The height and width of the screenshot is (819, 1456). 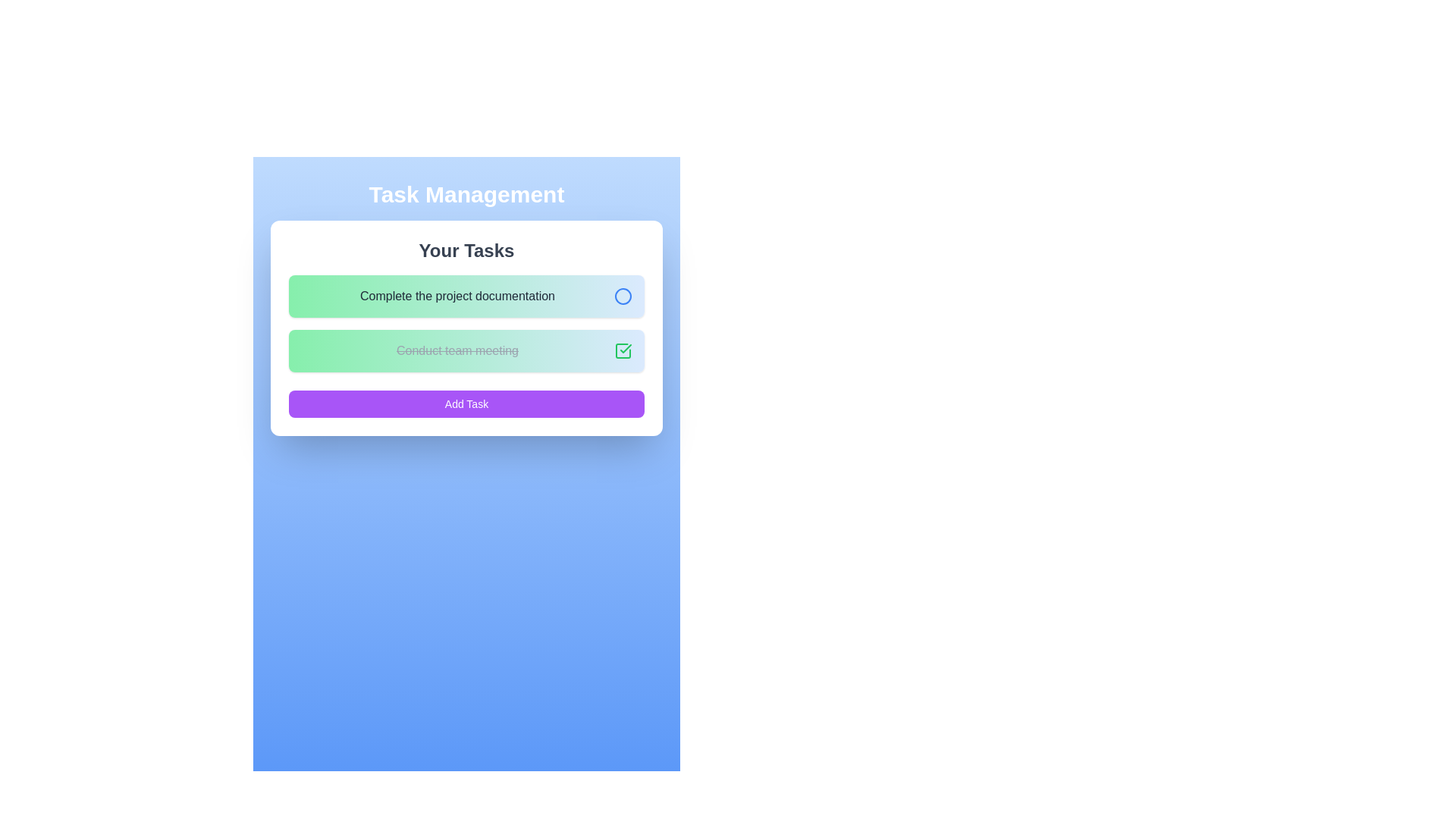 I want to click on the 'Add Task' button located at the bottom of the white rounded card interface, so click(x=466, y=403).